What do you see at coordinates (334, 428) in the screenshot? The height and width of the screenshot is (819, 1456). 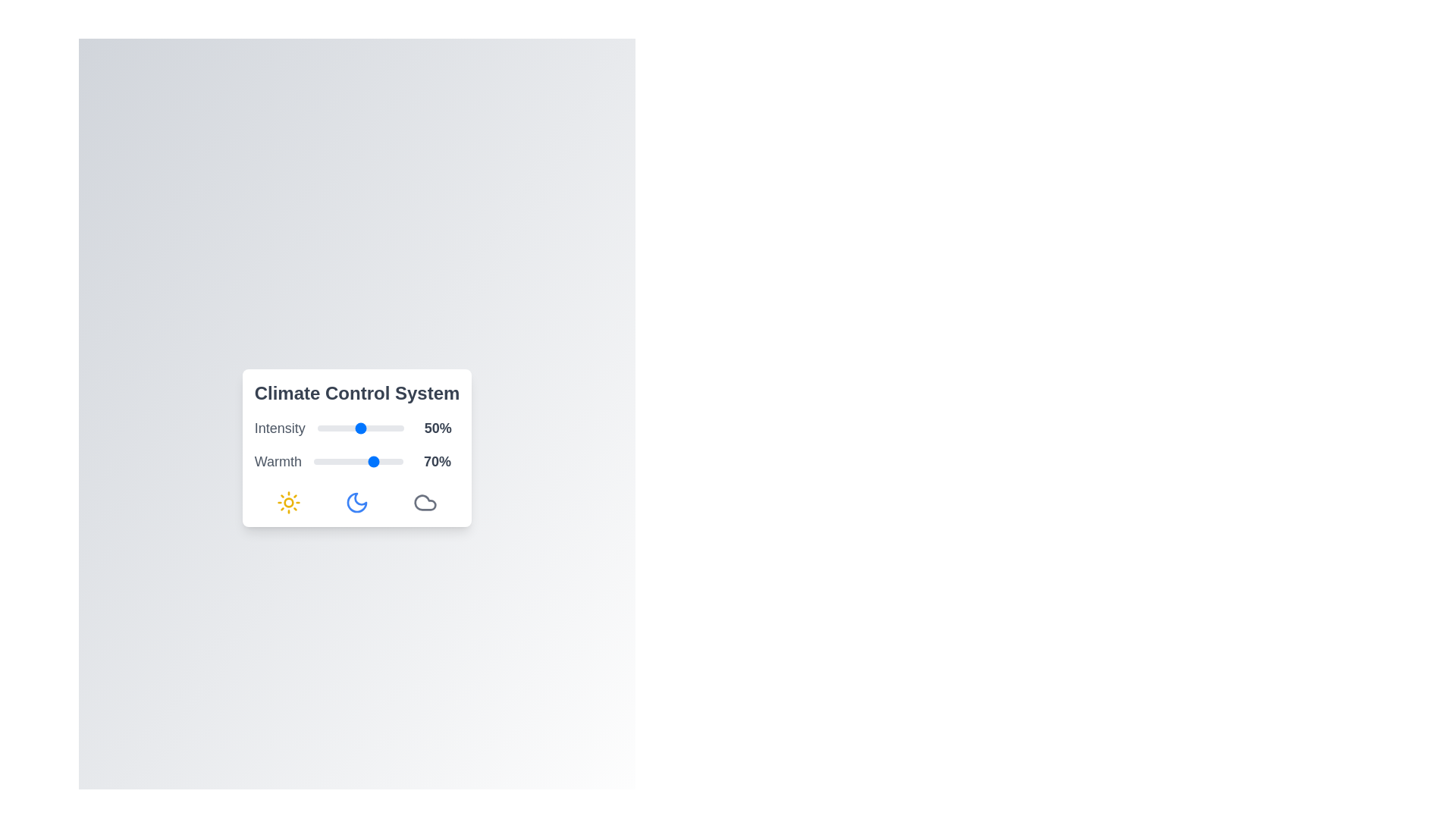 I see `the 'Intensity' slider to 21%` at bounding box center [334, 428].